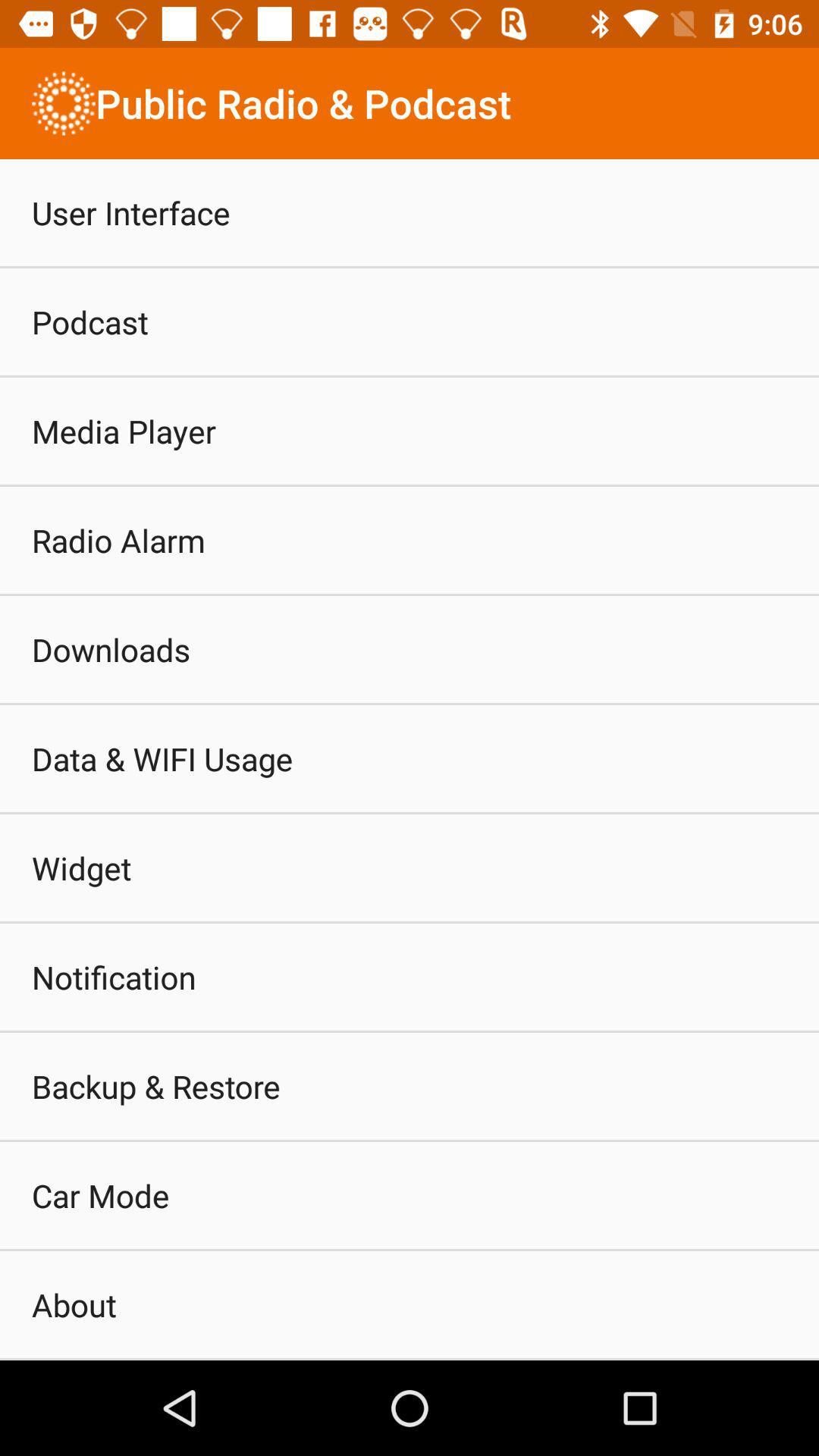 The height and width of the screenshot is (1456, 819). What do you see at coordinates (110, 649) in the screenshot?
I see `item below the radio alarm app` at bounding box center [110, 649].